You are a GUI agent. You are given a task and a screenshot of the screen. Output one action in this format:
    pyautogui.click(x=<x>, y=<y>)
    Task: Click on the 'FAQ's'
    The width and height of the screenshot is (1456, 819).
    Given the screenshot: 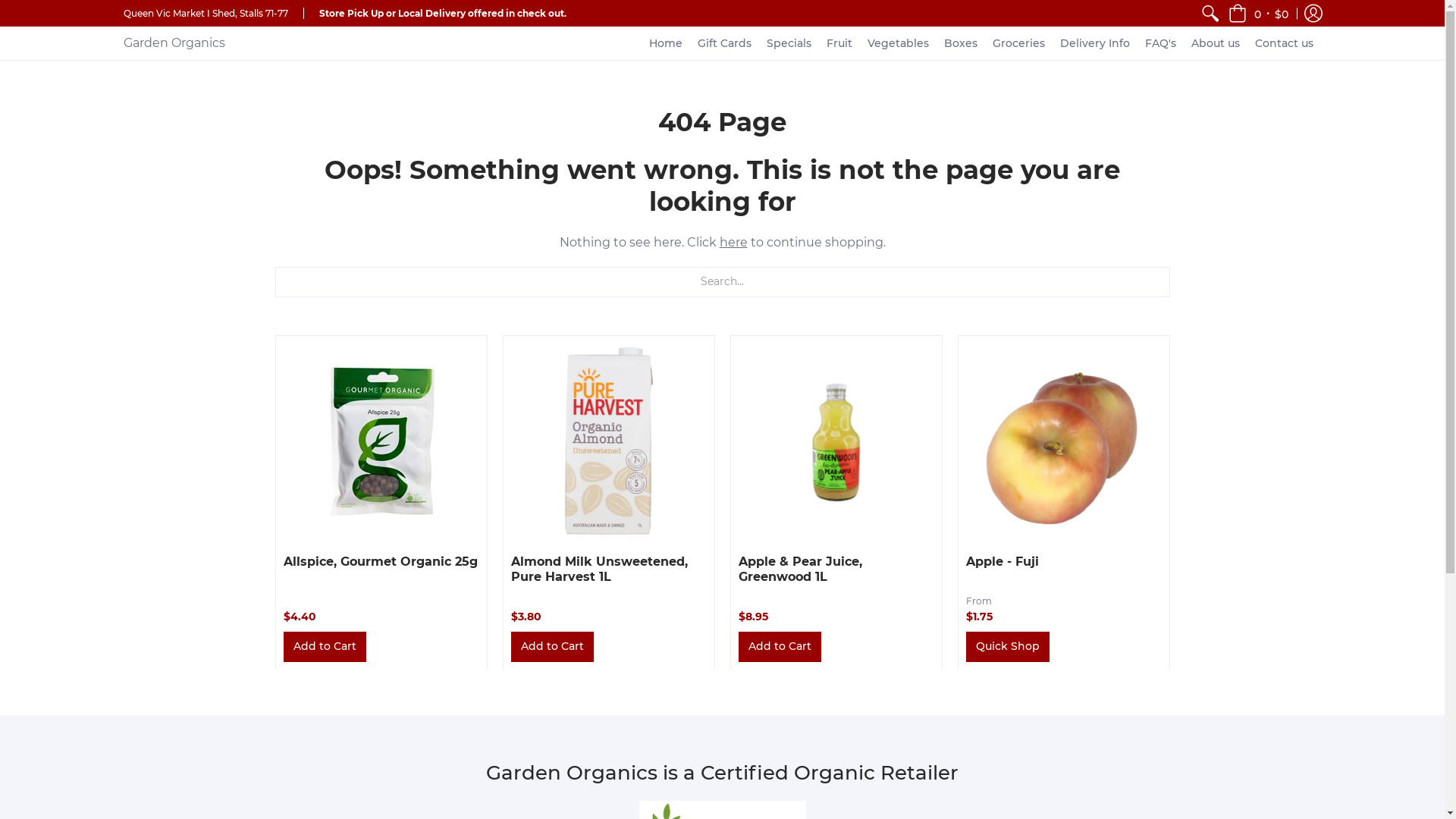 What is the action you would take?
    pyautogui.click(x=1159, y=42)
    